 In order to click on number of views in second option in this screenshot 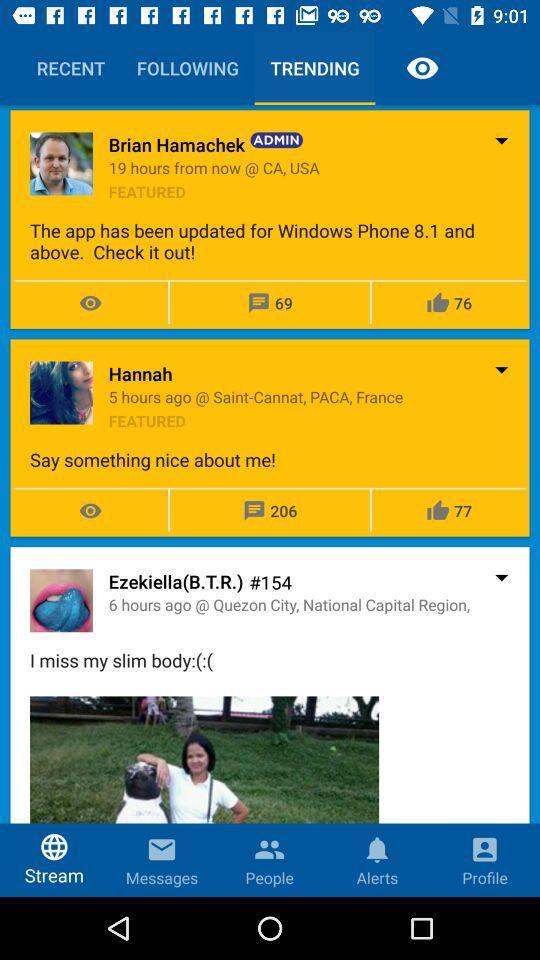, I will do `click(89, 510)`.